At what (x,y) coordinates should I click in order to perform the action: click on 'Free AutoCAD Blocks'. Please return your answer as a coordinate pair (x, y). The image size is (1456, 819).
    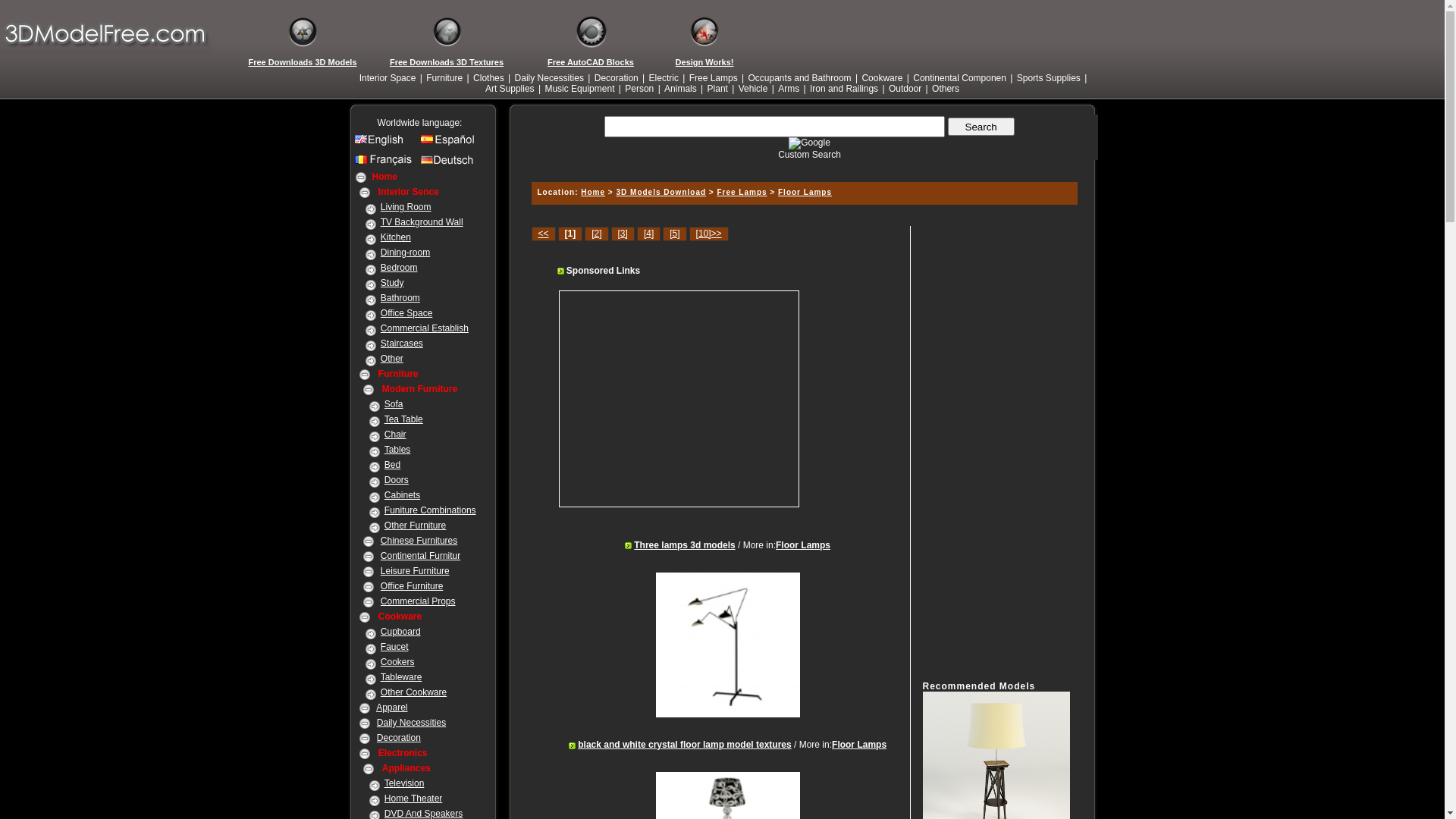
    Looking at the image, I should click on (589, 61).